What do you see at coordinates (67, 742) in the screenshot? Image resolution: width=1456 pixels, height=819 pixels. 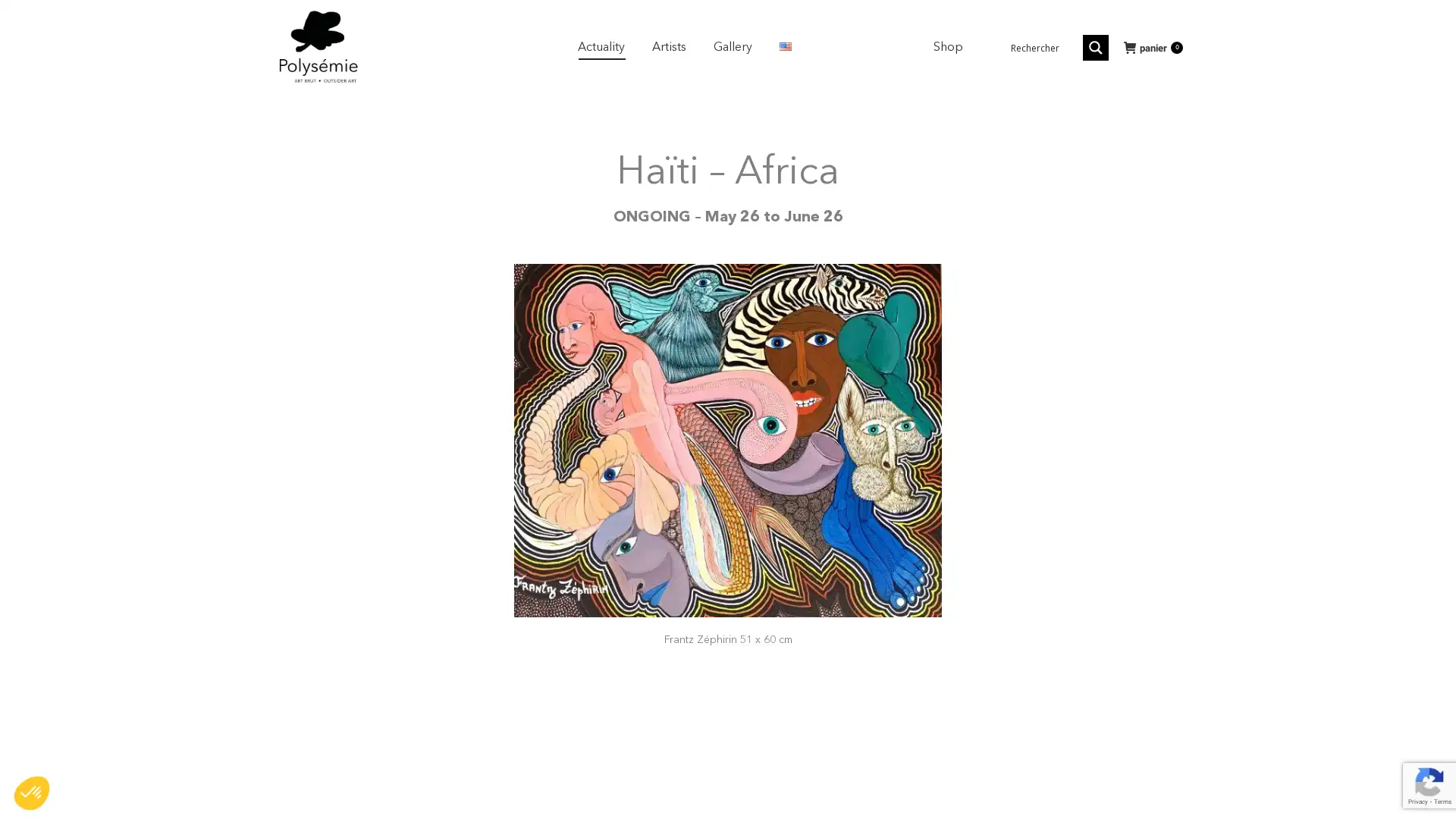 I see `Non merci` at bounding box center [67, 742].